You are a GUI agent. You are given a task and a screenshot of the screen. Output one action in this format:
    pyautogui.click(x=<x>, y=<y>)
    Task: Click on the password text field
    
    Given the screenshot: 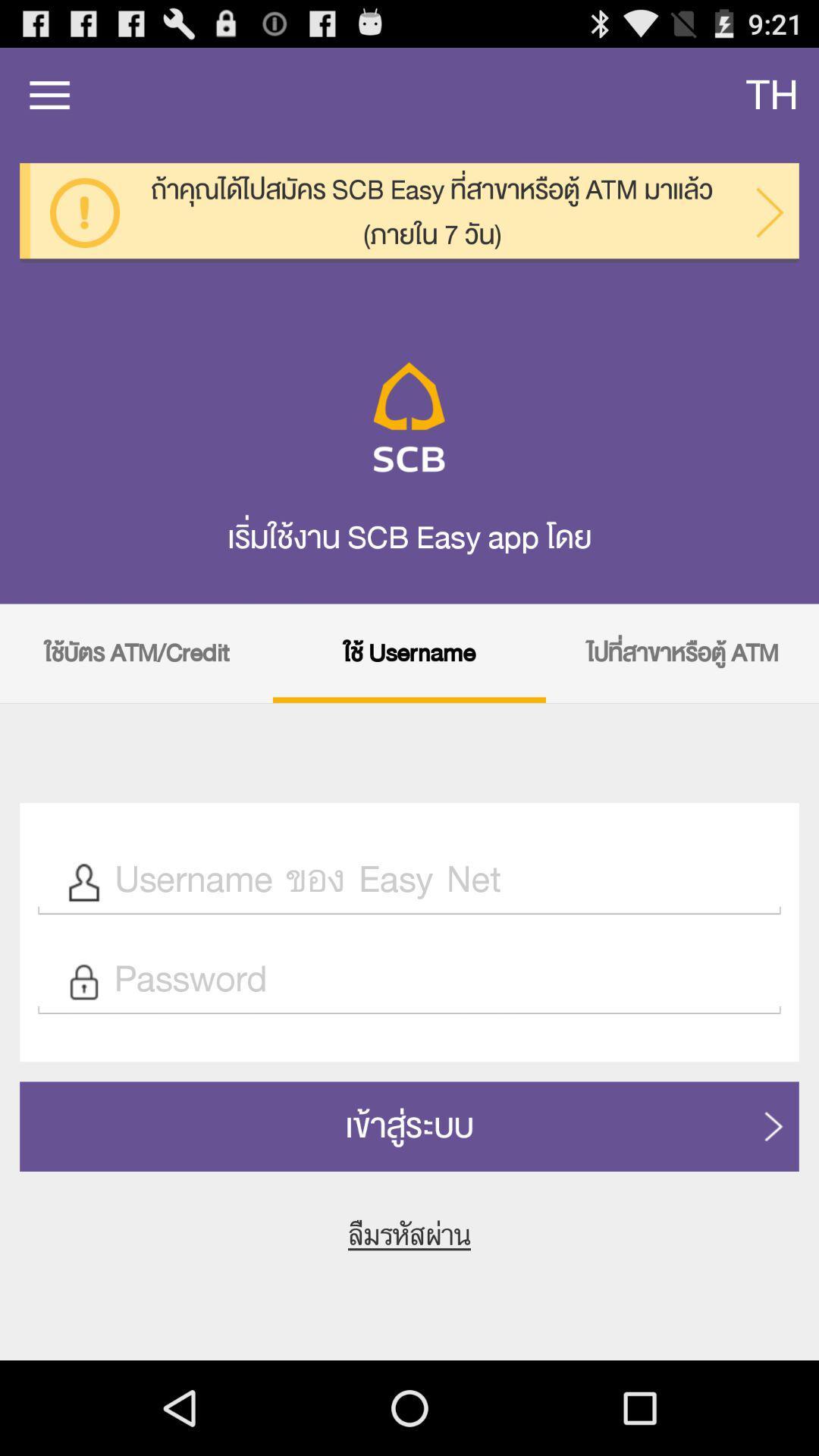 What is the action you would take?
    pyautogui.click(x=439, y=981)
    